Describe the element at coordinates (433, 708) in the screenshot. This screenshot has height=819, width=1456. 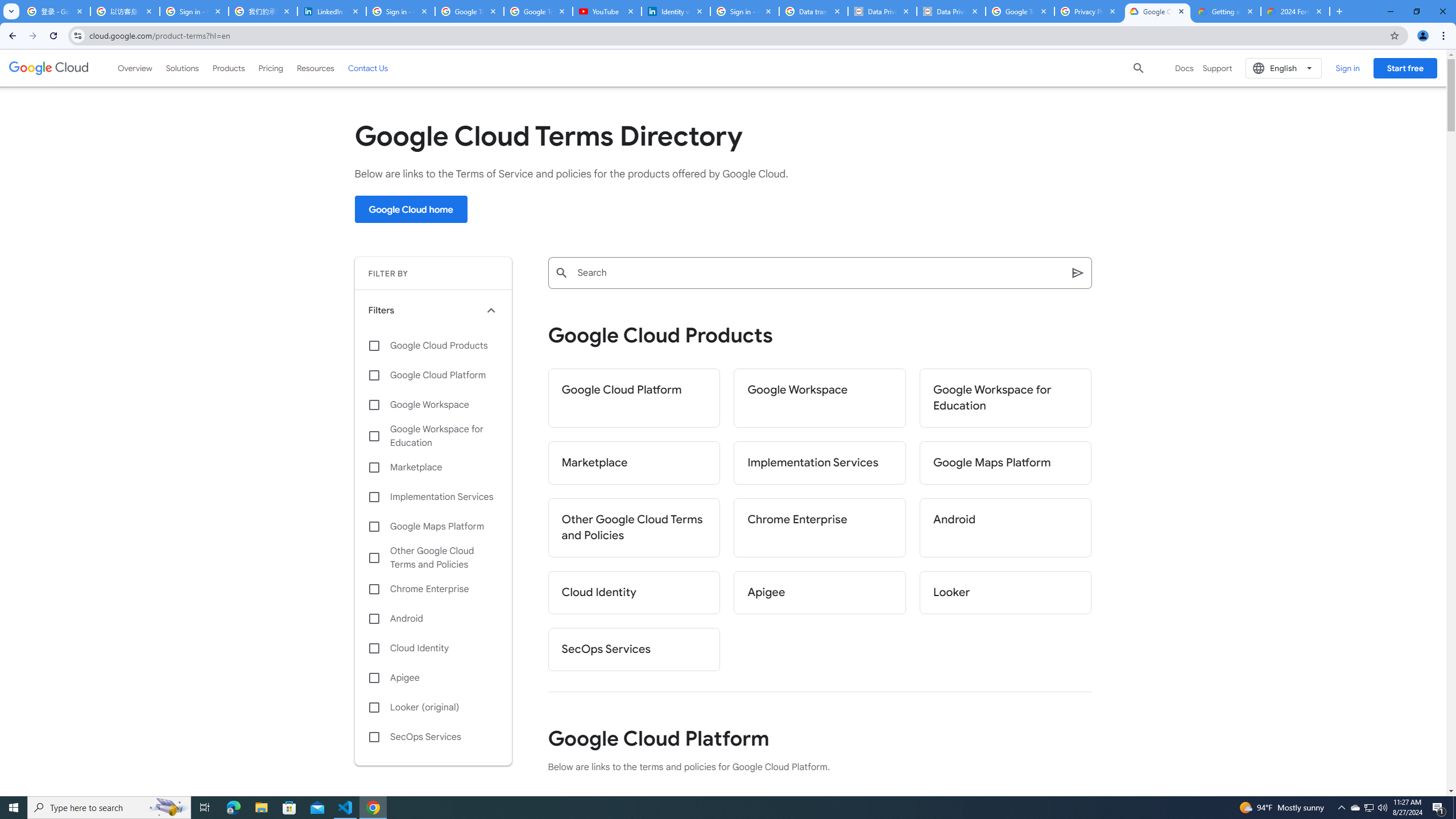
I see `'Looker (original)'` at that location.